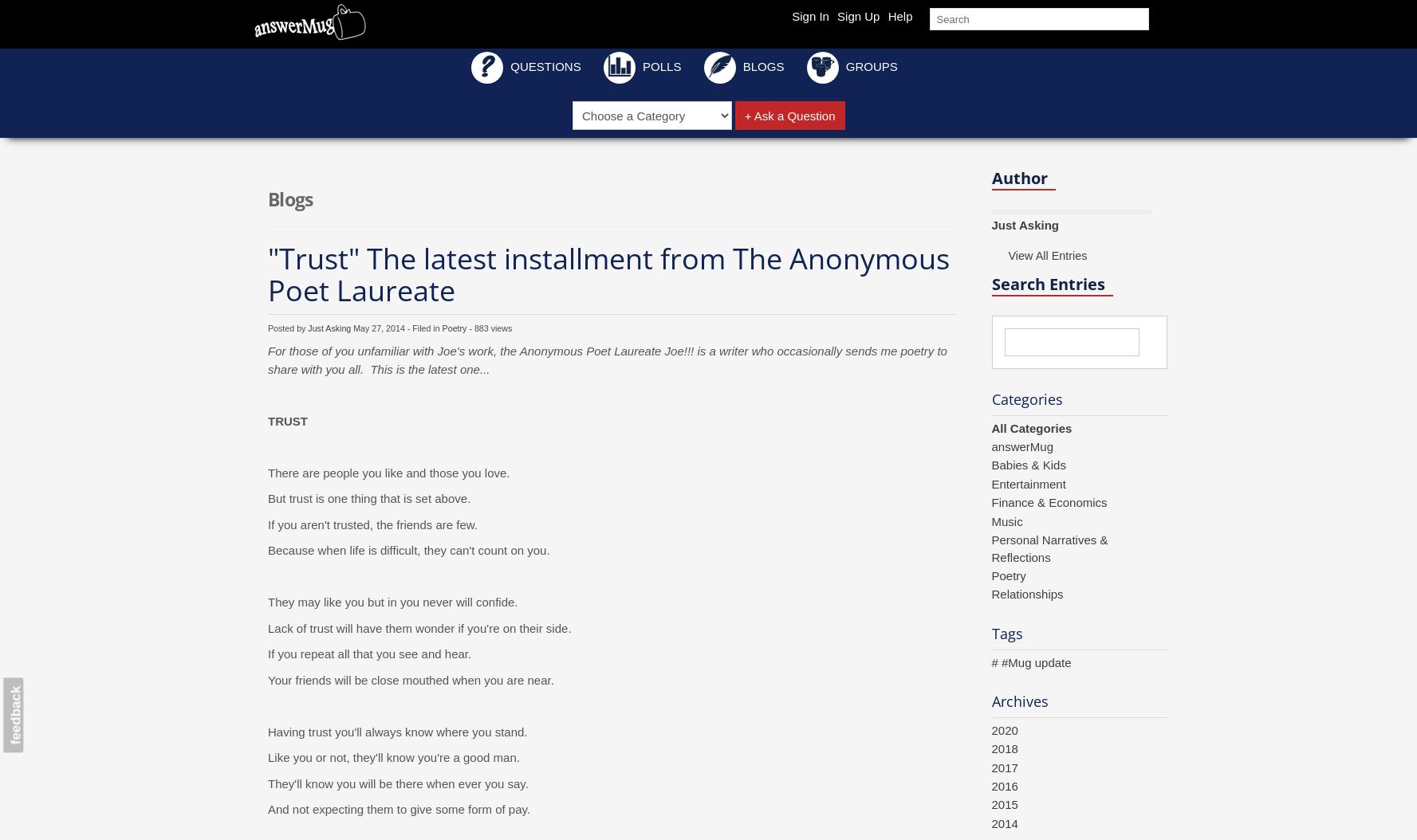 The image size is (1417, 840). Describe the element at coordinates (990, 482) in the screenshot. I see `'Entertainment'` at that location.